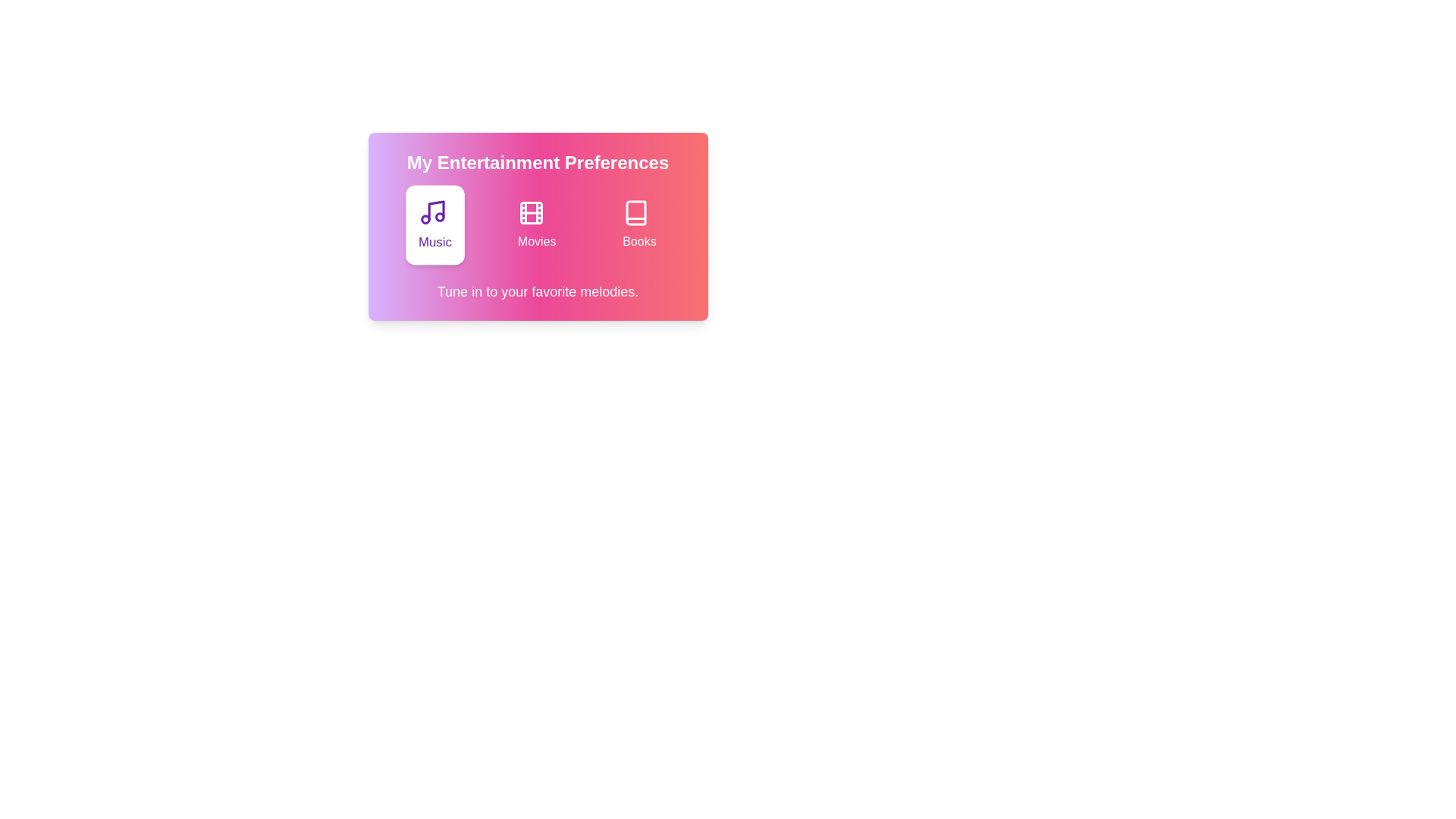  I want to click on the entertainment option Movies by clicking on its button, so click(537, 225).